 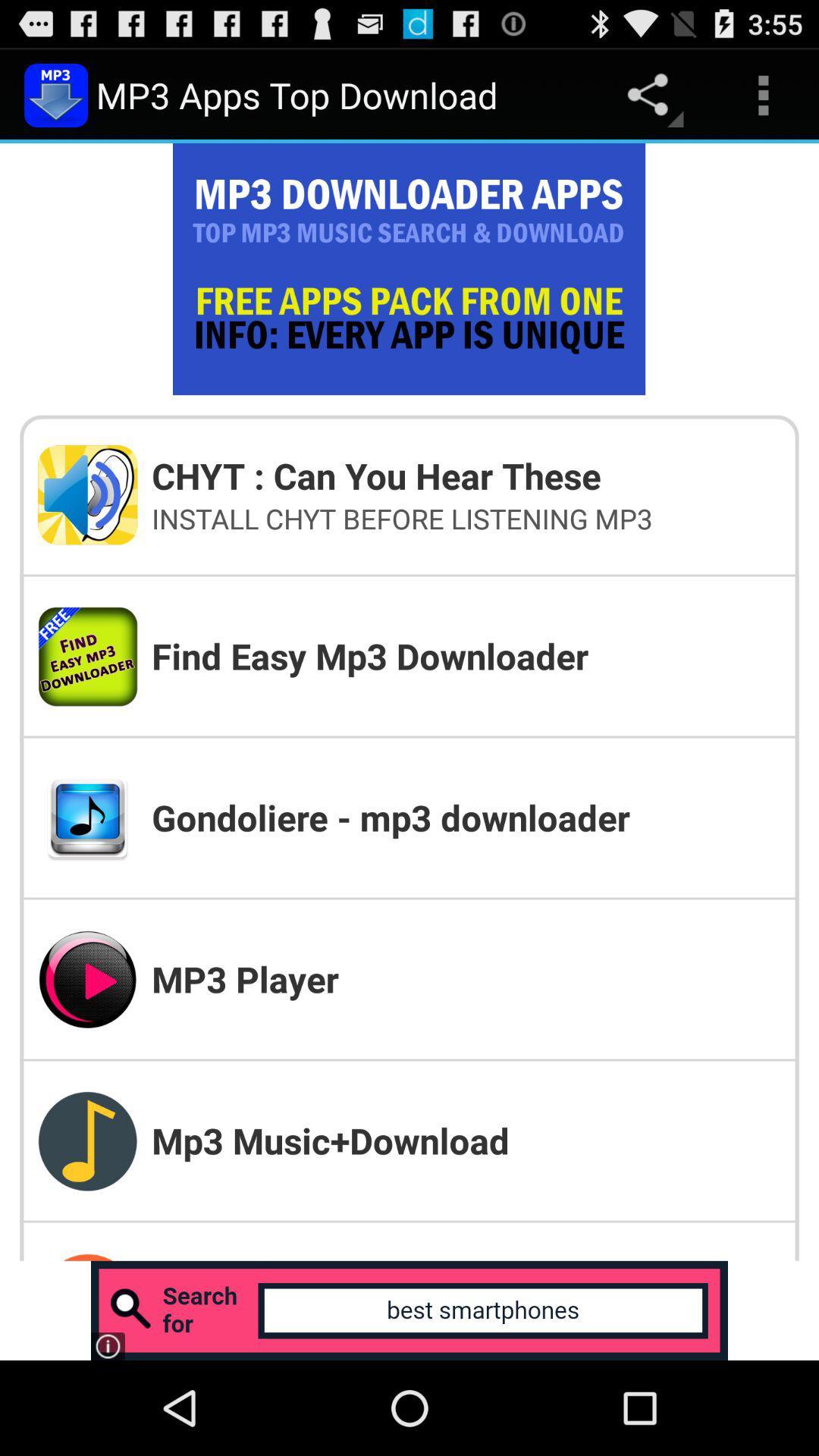 I want to click on the item above chyt can you app, so click(x=763, y=94).